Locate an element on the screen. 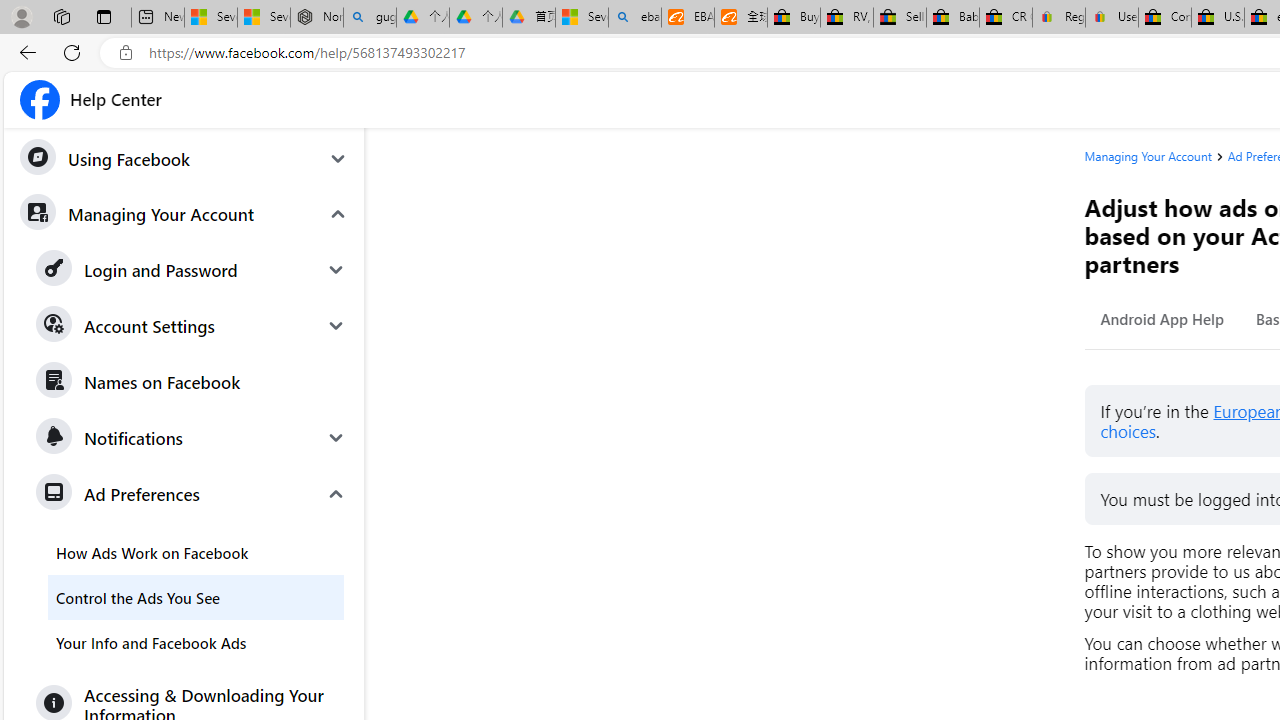 Image resolution: width=1280 pixels, height=720 pixels. 'U.S. State Privacy Disclosures - eBay Inc.' is located at coordinates (1216, 17).